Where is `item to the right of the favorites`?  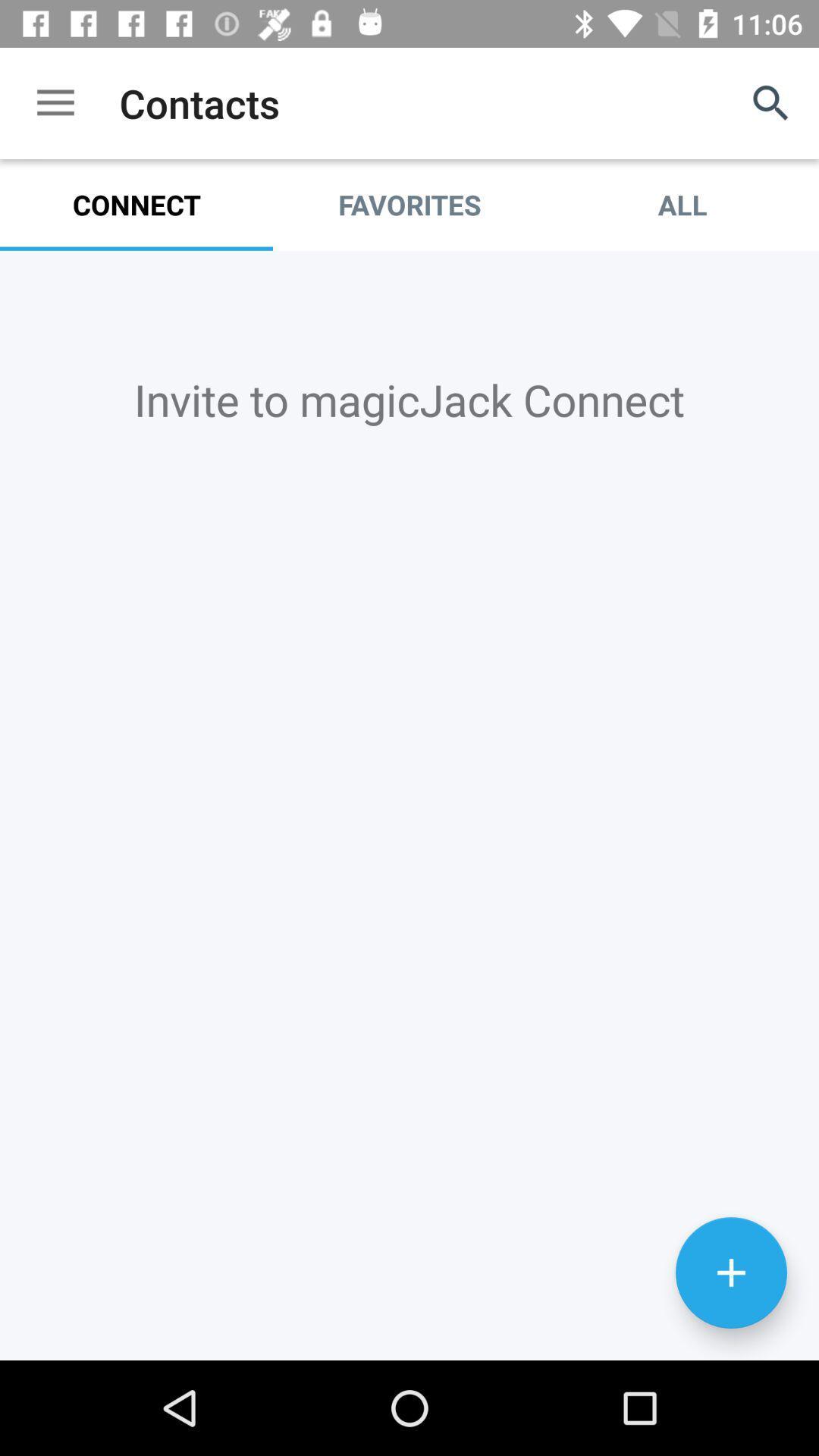
item to the right of the favorites is located at coordinates (681, 204).